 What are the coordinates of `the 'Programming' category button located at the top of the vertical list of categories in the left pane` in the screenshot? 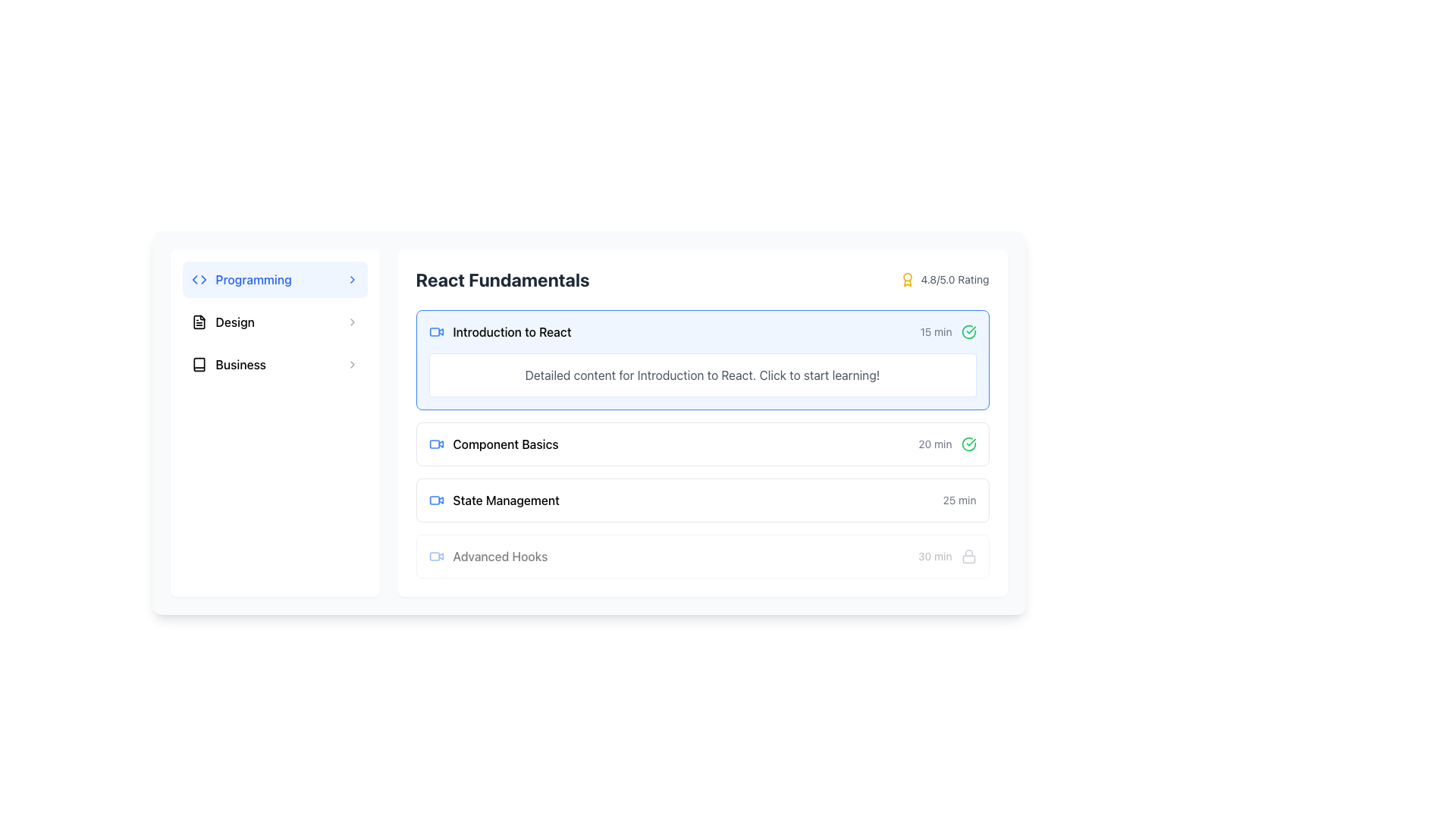 It's located at (275, 280).